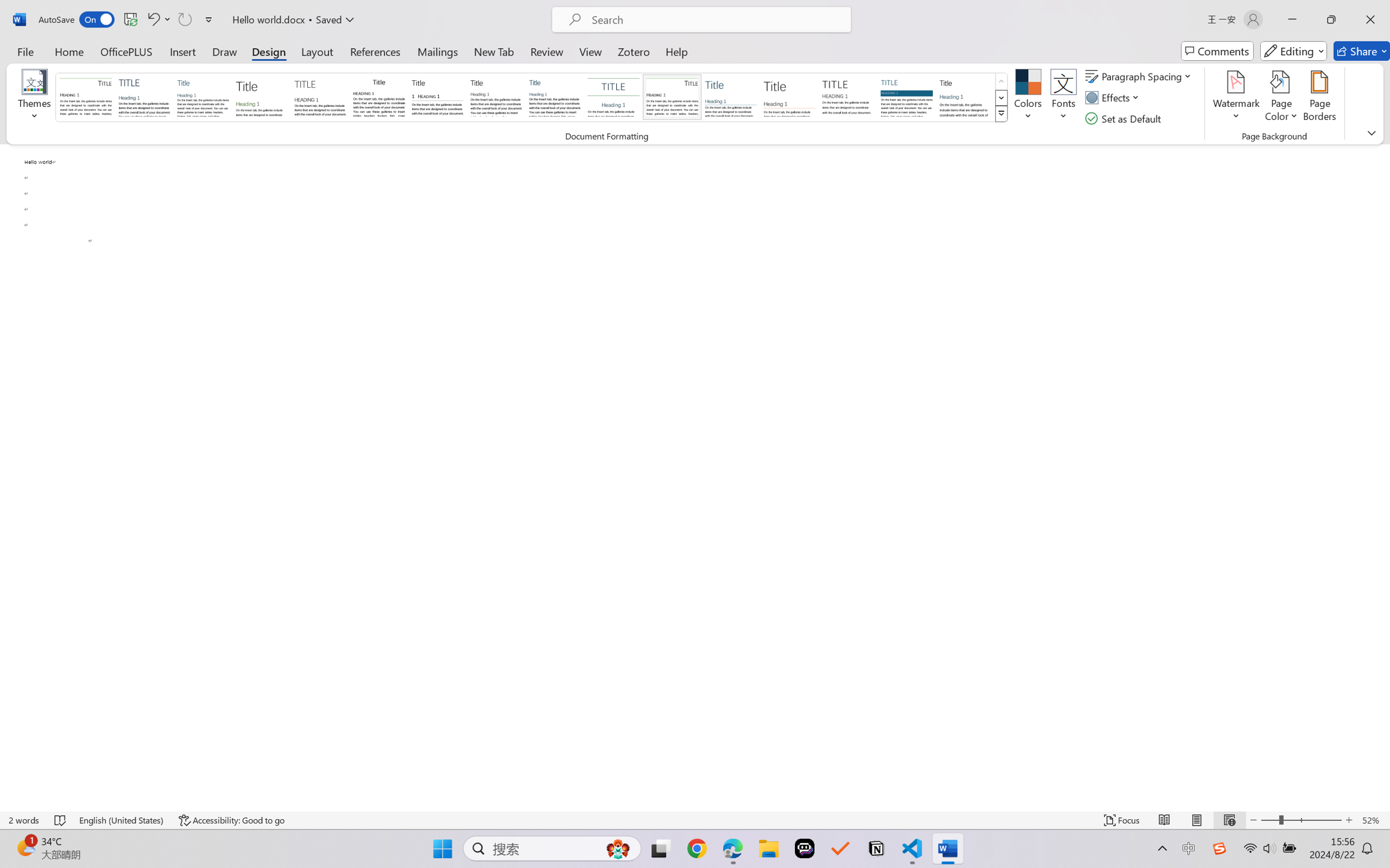  What do you see at coordinates (130, 19) in the screenshot?
I see `'Save'` at bounding box center [130, 19].